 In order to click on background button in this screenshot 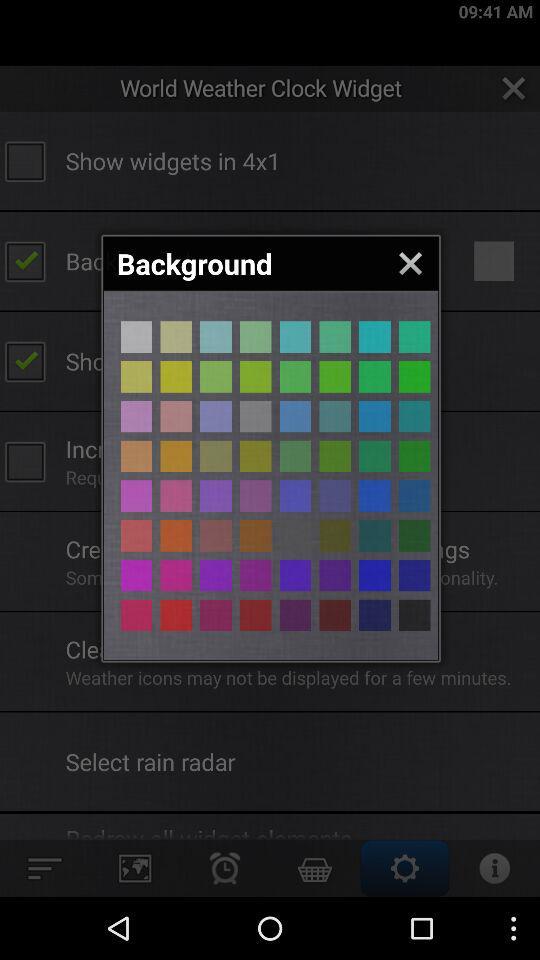, I will do `click(335, 495)`.